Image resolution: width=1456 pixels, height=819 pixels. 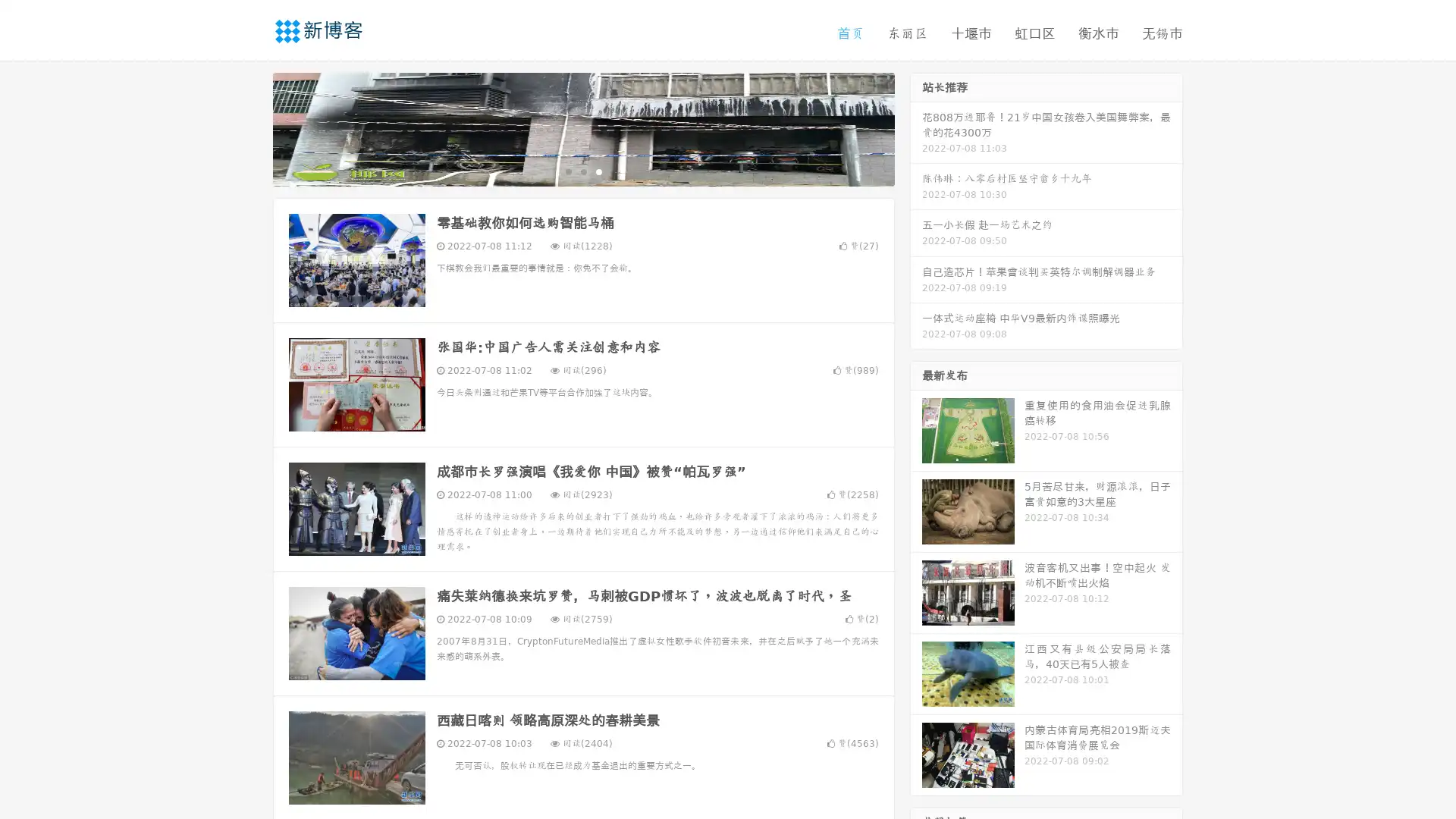 I want to click on Next slide, so click(x=916, y=127).